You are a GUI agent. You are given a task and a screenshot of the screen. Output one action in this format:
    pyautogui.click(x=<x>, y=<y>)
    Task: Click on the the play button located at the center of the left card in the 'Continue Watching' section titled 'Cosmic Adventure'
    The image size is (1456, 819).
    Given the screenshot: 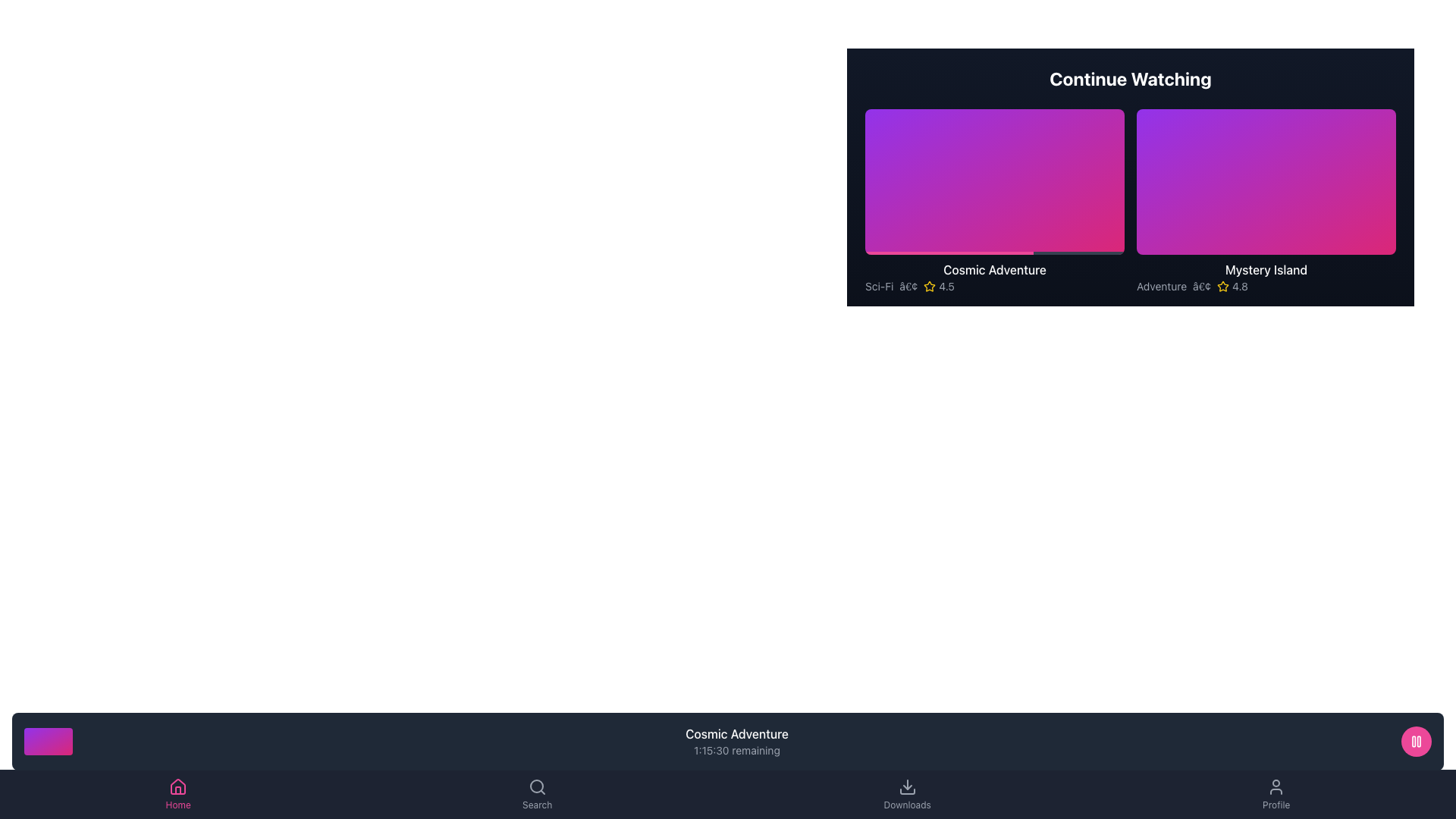 What is the action you would take?
    pyautogui.click(x=994, y=180)
    